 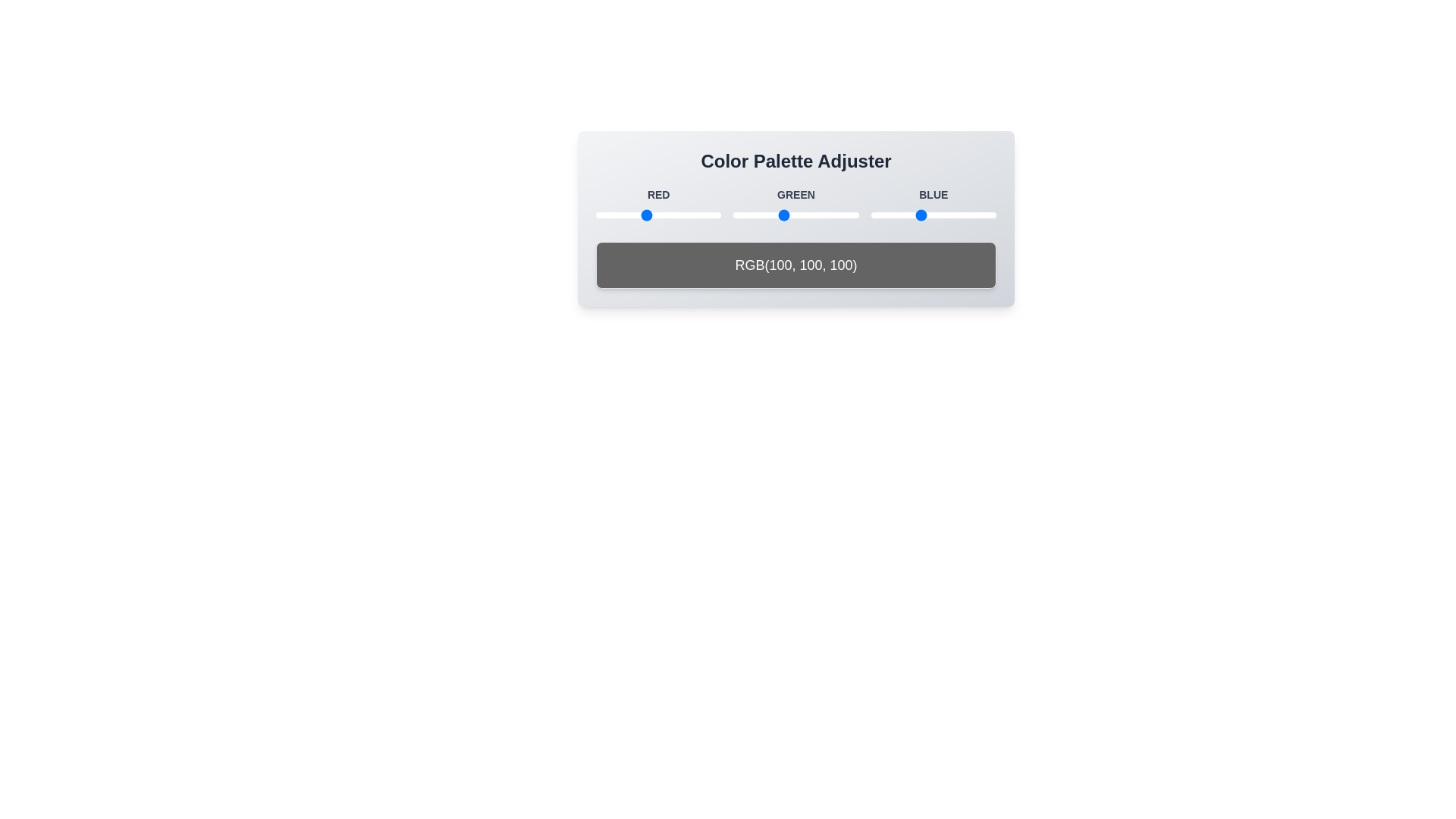 I want to click on the red color slider to 173, so click(x=679, y=215).